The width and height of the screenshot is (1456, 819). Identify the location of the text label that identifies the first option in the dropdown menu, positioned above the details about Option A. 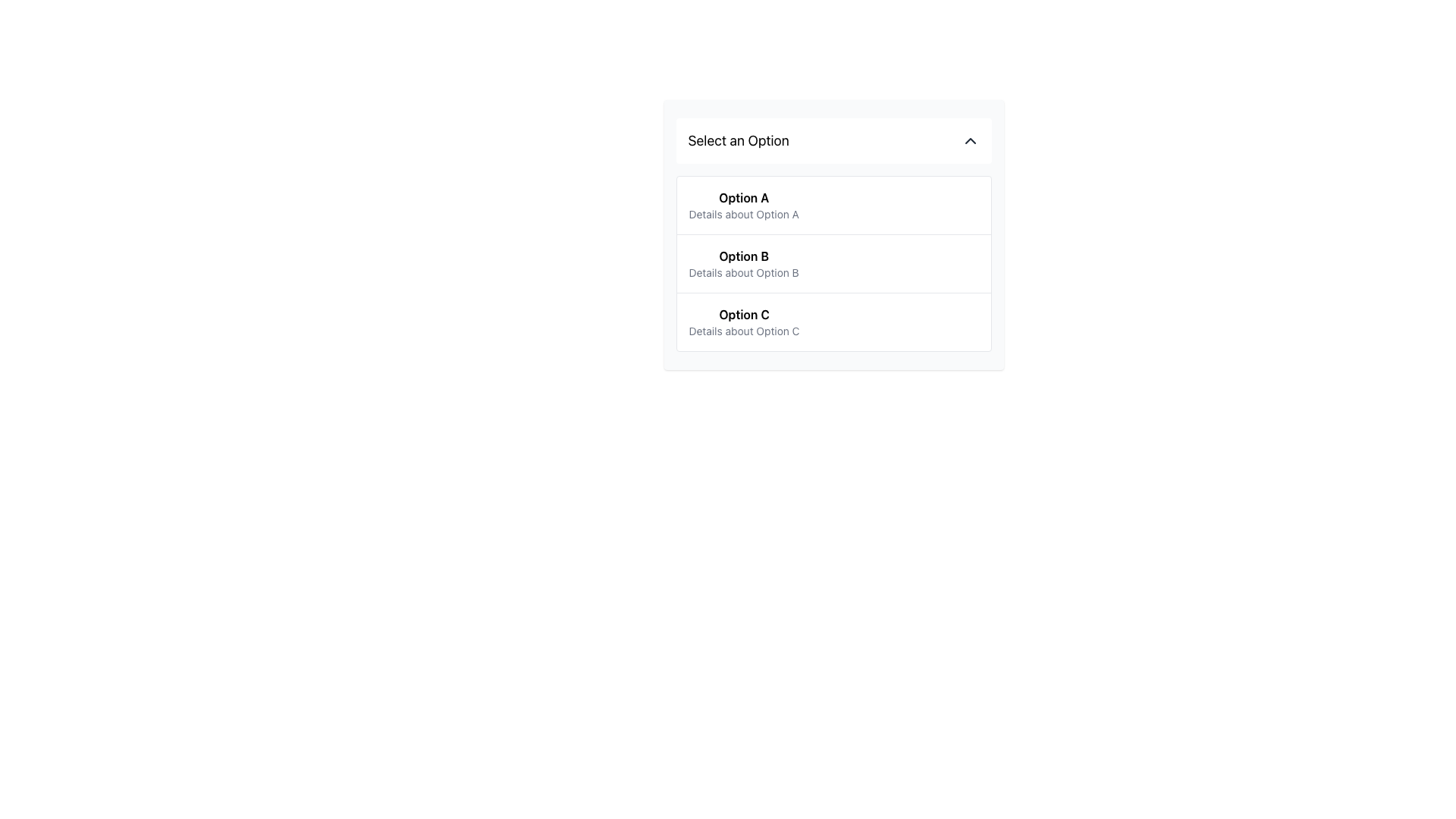
(744, 197).